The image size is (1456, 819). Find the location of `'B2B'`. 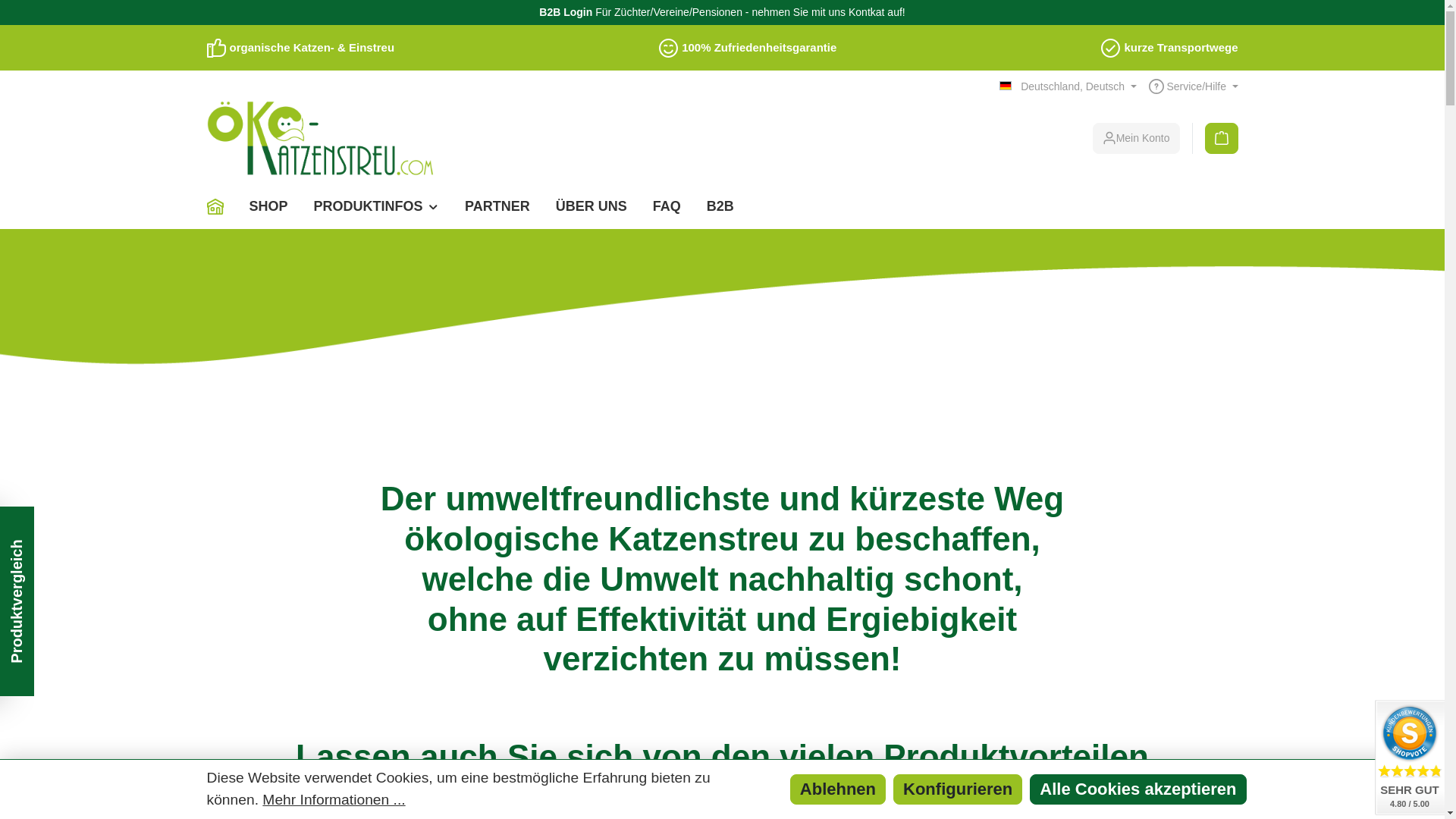

'B2B' is located at coordinates (720, 206).